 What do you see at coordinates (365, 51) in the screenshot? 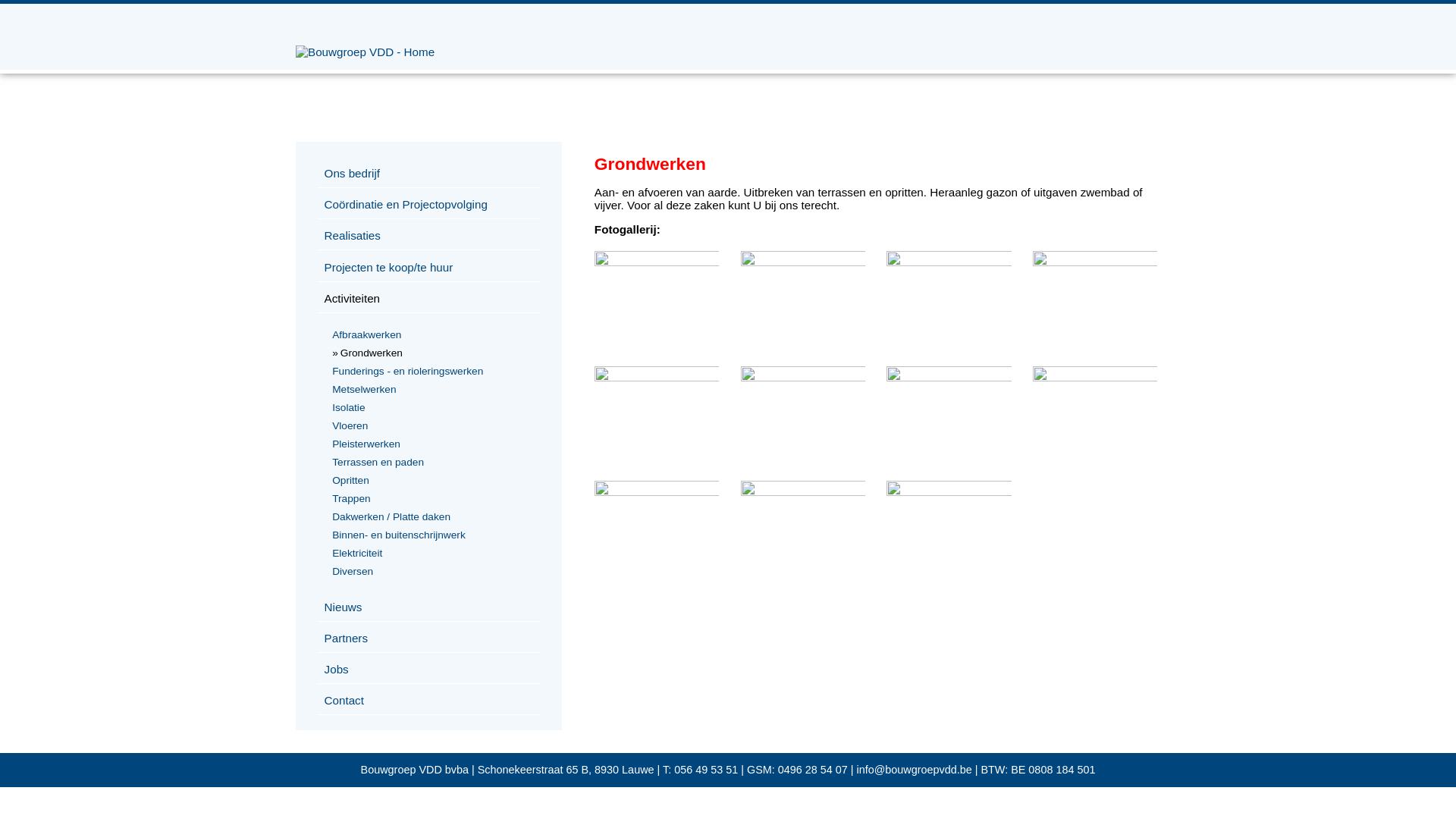
I see `'Bouwgroep VDD - Home'` at bounding box center [365, 51].